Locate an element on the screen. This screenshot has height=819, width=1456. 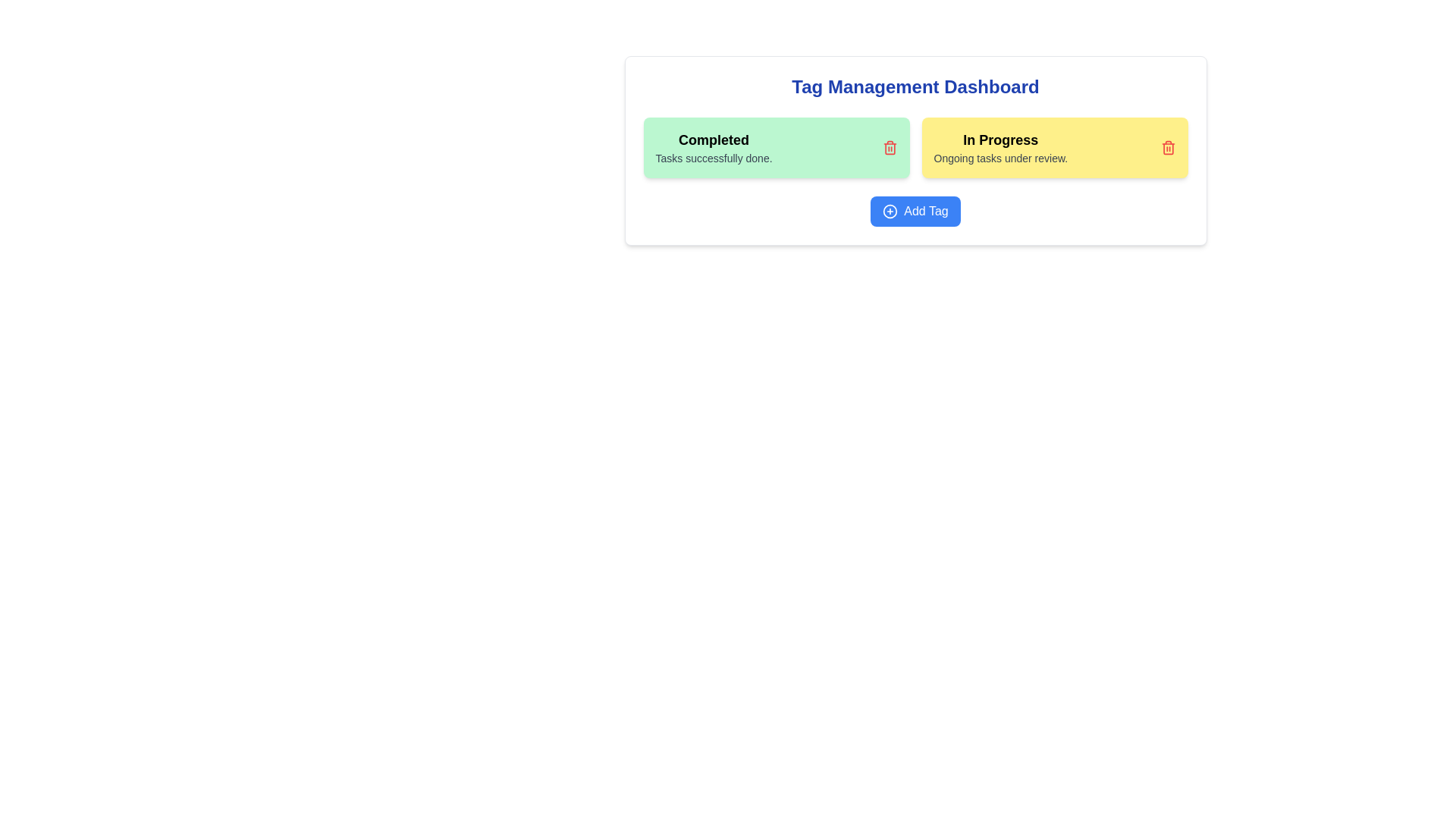
the bold text label reading 'In Progress' which is prominently displayed in a yellow background box, located slightly toward the upper-right corner of the page is located at coordinates (1000, 140).